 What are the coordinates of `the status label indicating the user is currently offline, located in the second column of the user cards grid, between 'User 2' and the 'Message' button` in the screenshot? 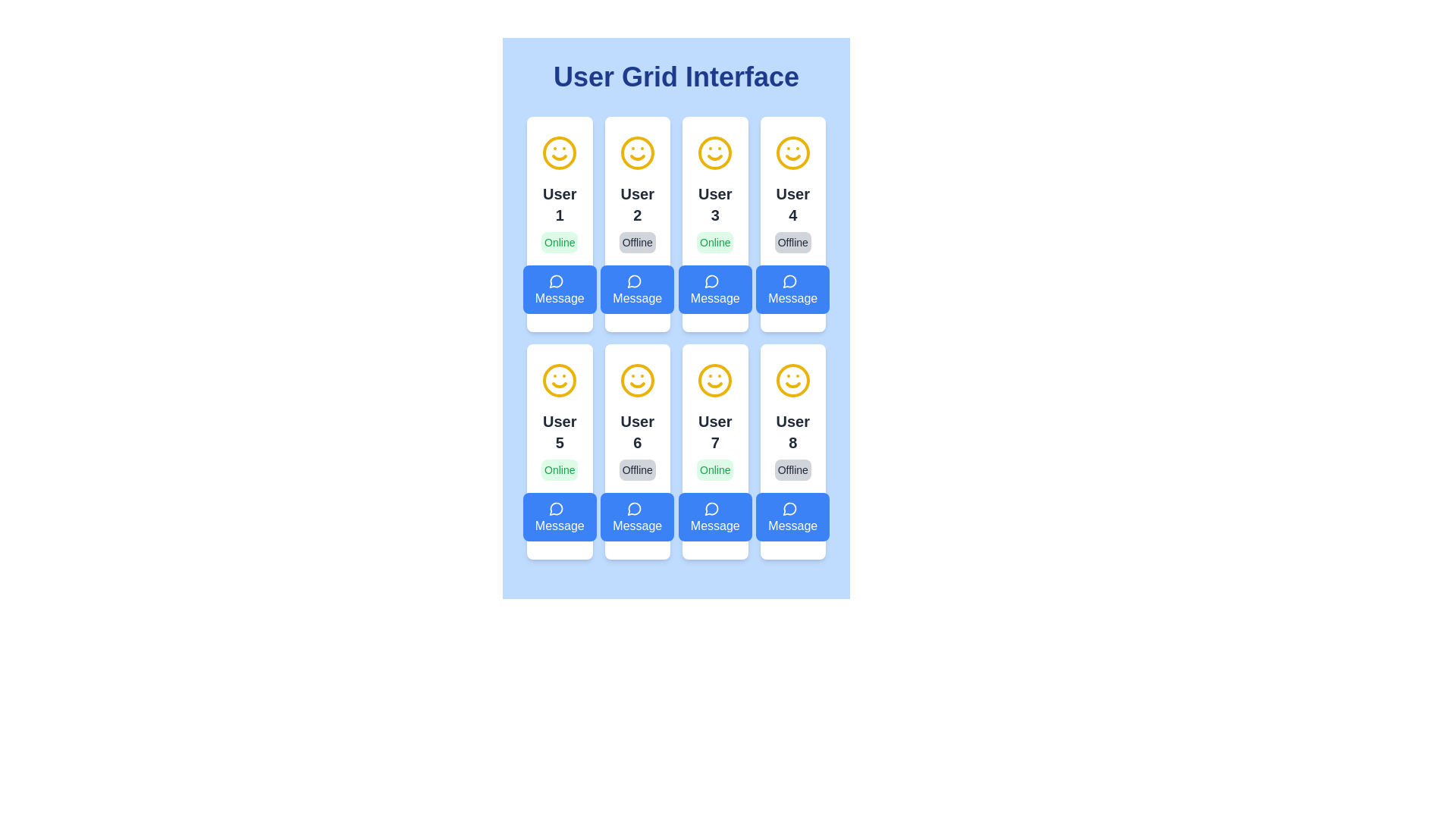 It's located at (637, 242).